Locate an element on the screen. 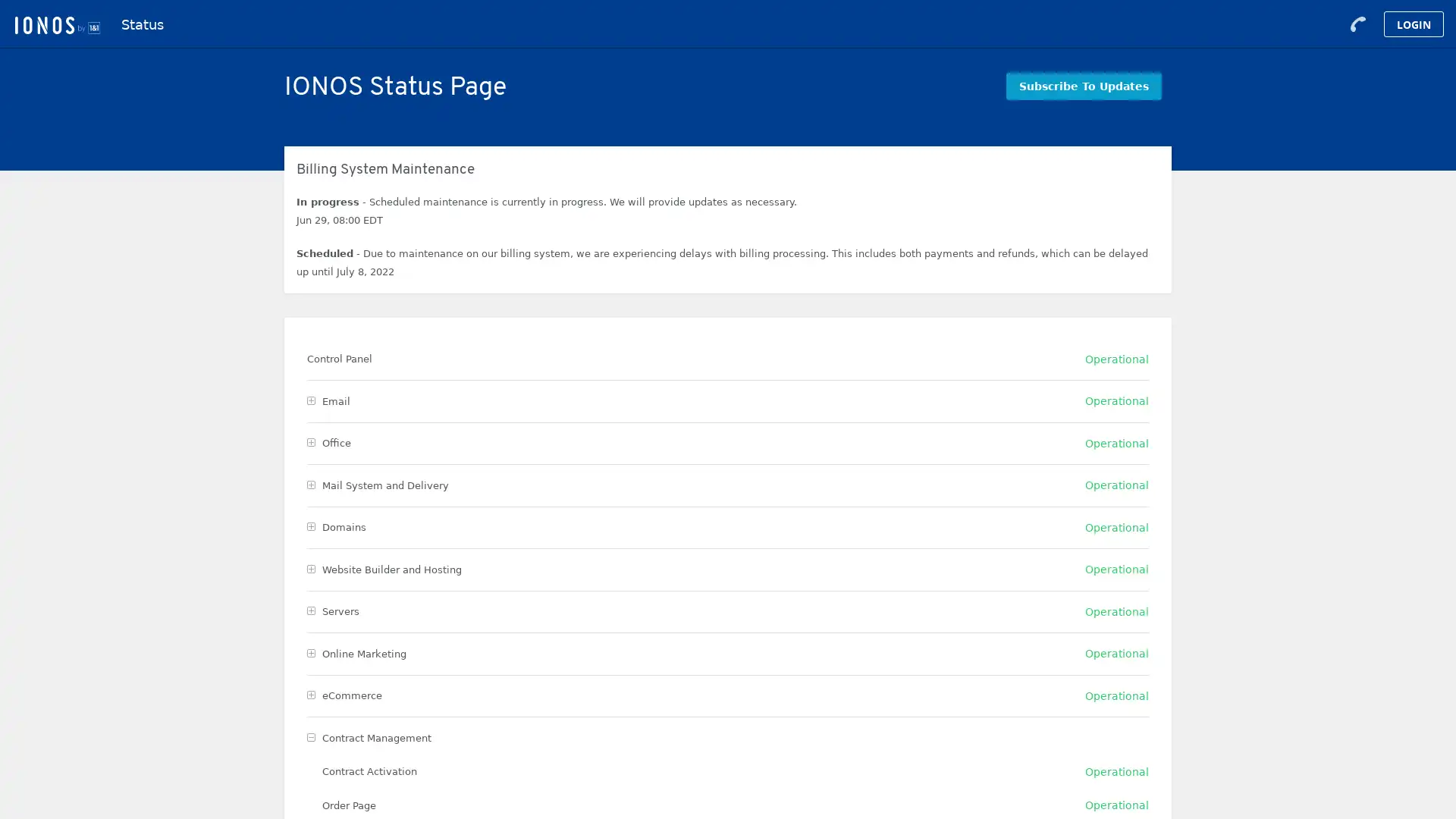 Image resolution: width=1456 pixels, height=819 pixels. Toggle Mail System and Delivery is located at coordinates (310, 485).